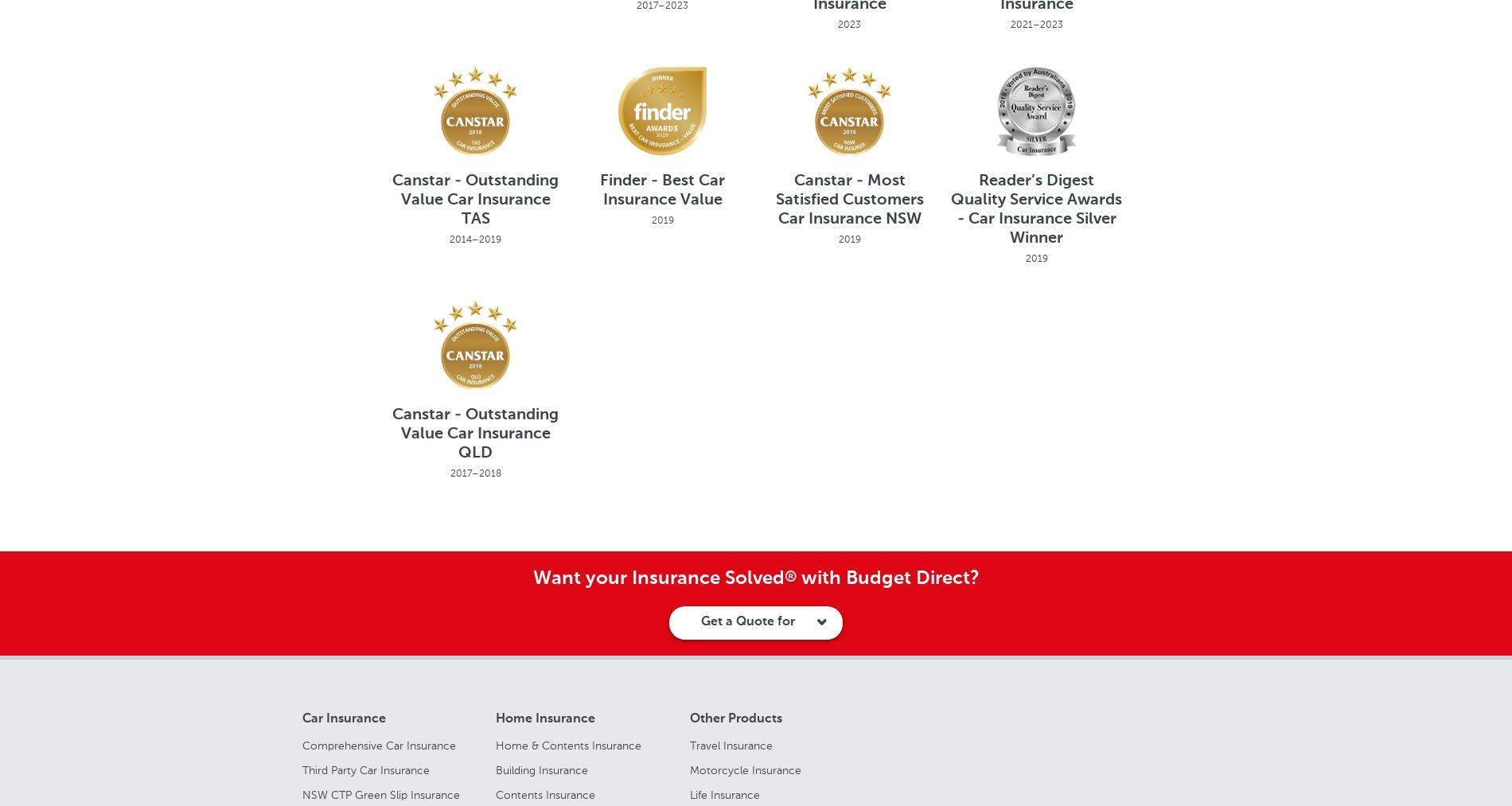 The width and height of the screenshot is (1512, 806). Describe the element at coordinates (475, 238) in the screenshot. I see `'2014–2019'` at that location.